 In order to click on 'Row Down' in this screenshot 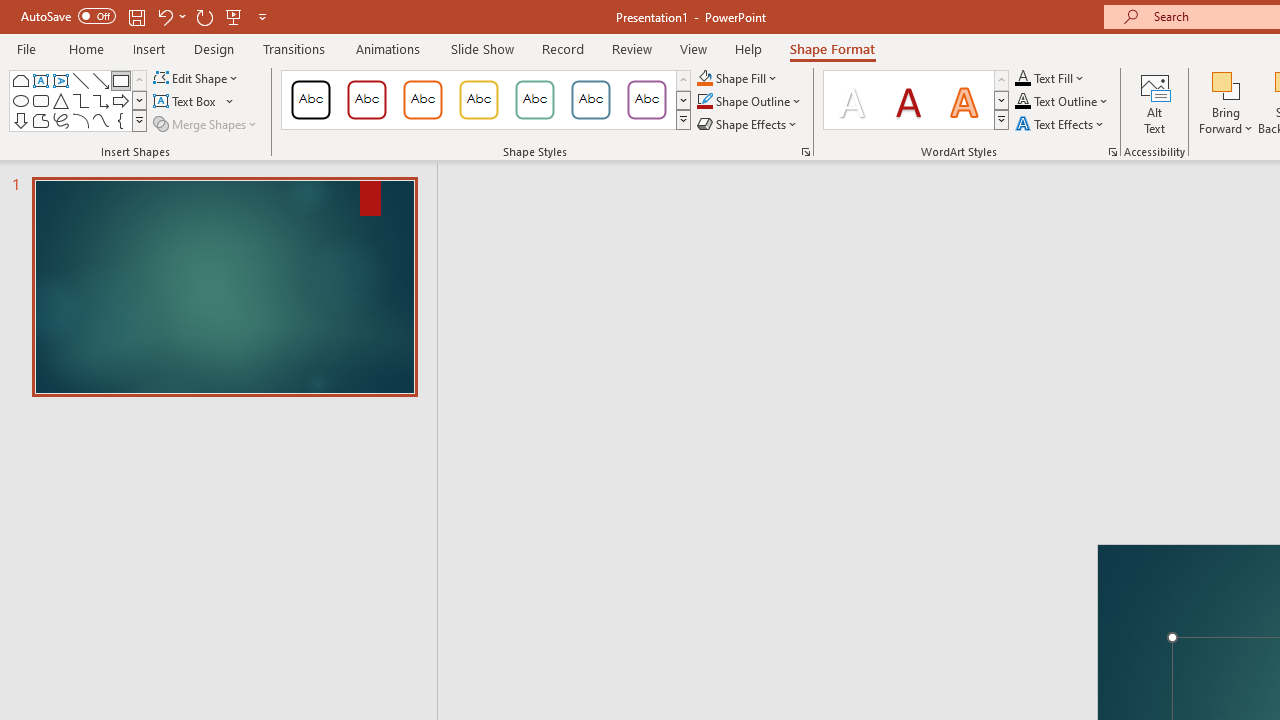, I will do `click(1001, 100)`.